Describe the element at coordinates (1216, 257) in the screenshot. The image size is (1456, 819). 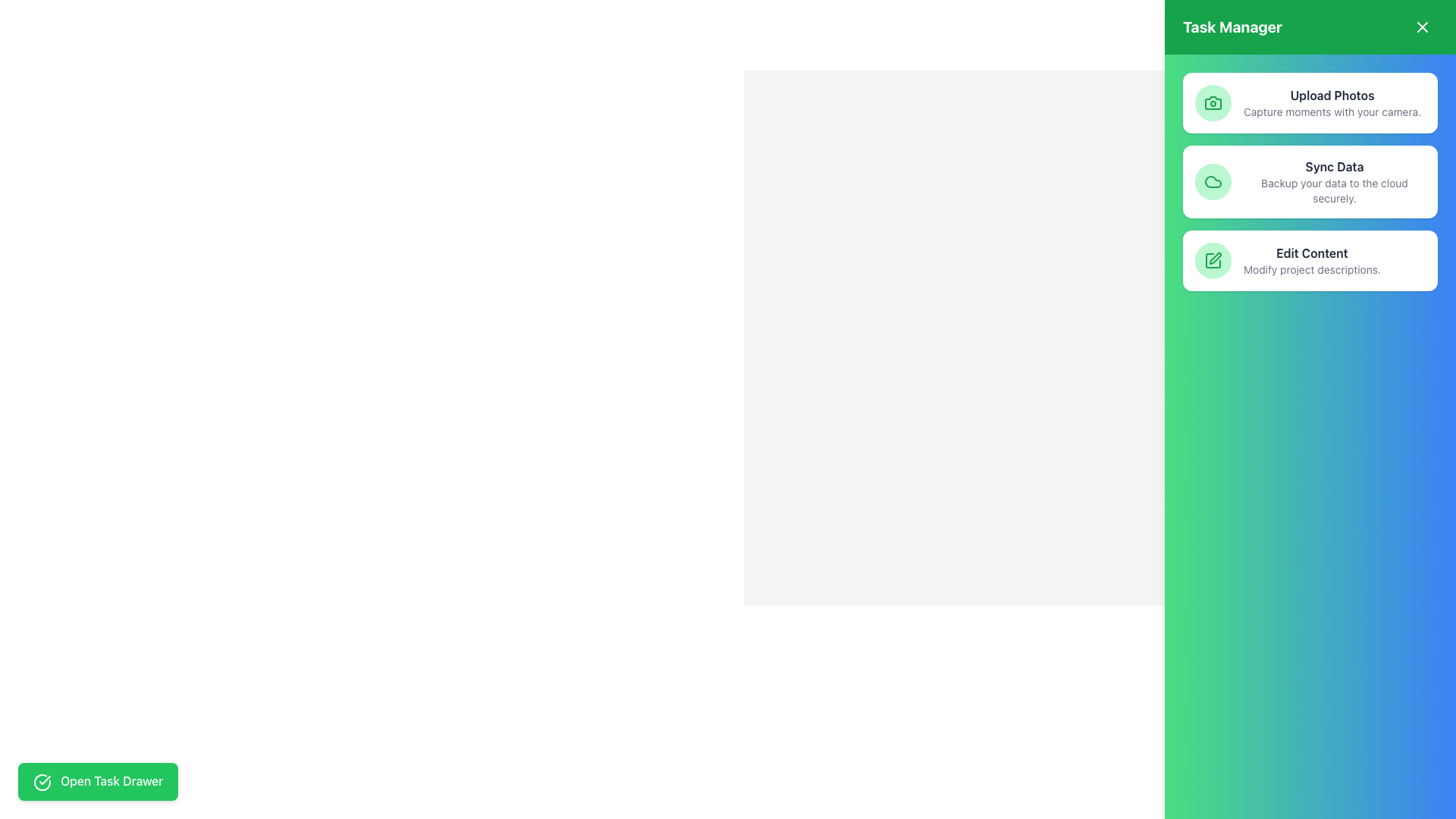
I see `the pencil icon, which is the third button in the right panel and is located under the 'Edit Content' button` at that location.